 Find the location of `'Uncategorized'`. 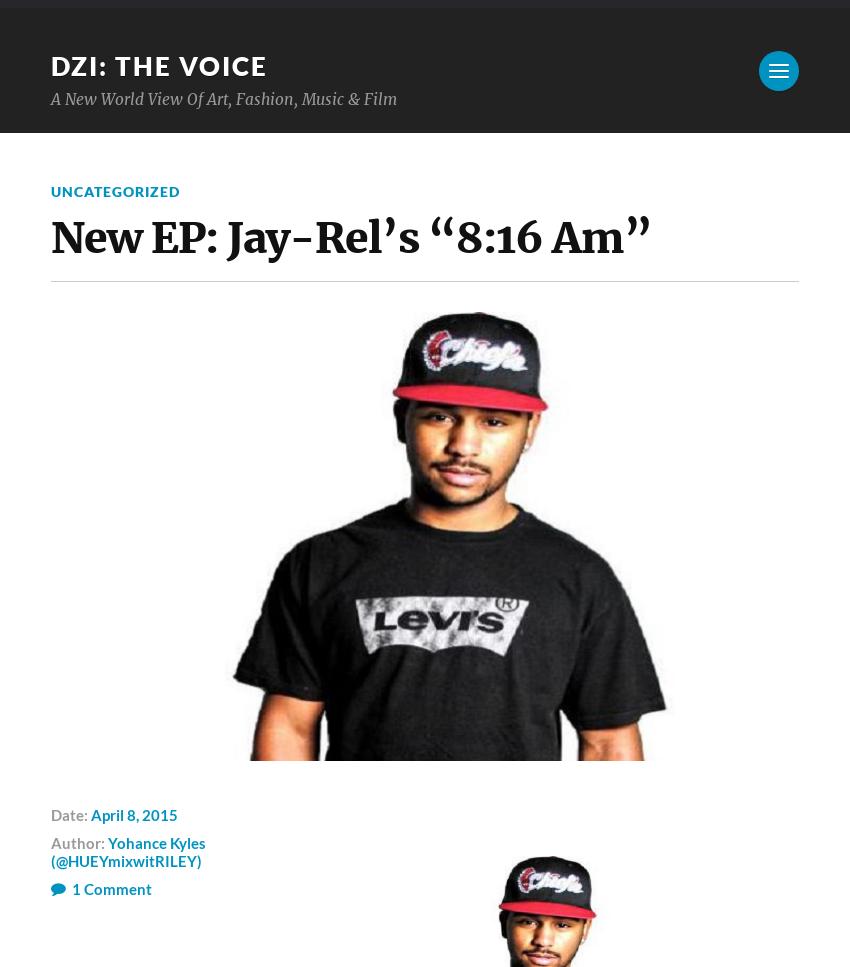

'Uncategorized' is located at coordinates (114, 190).